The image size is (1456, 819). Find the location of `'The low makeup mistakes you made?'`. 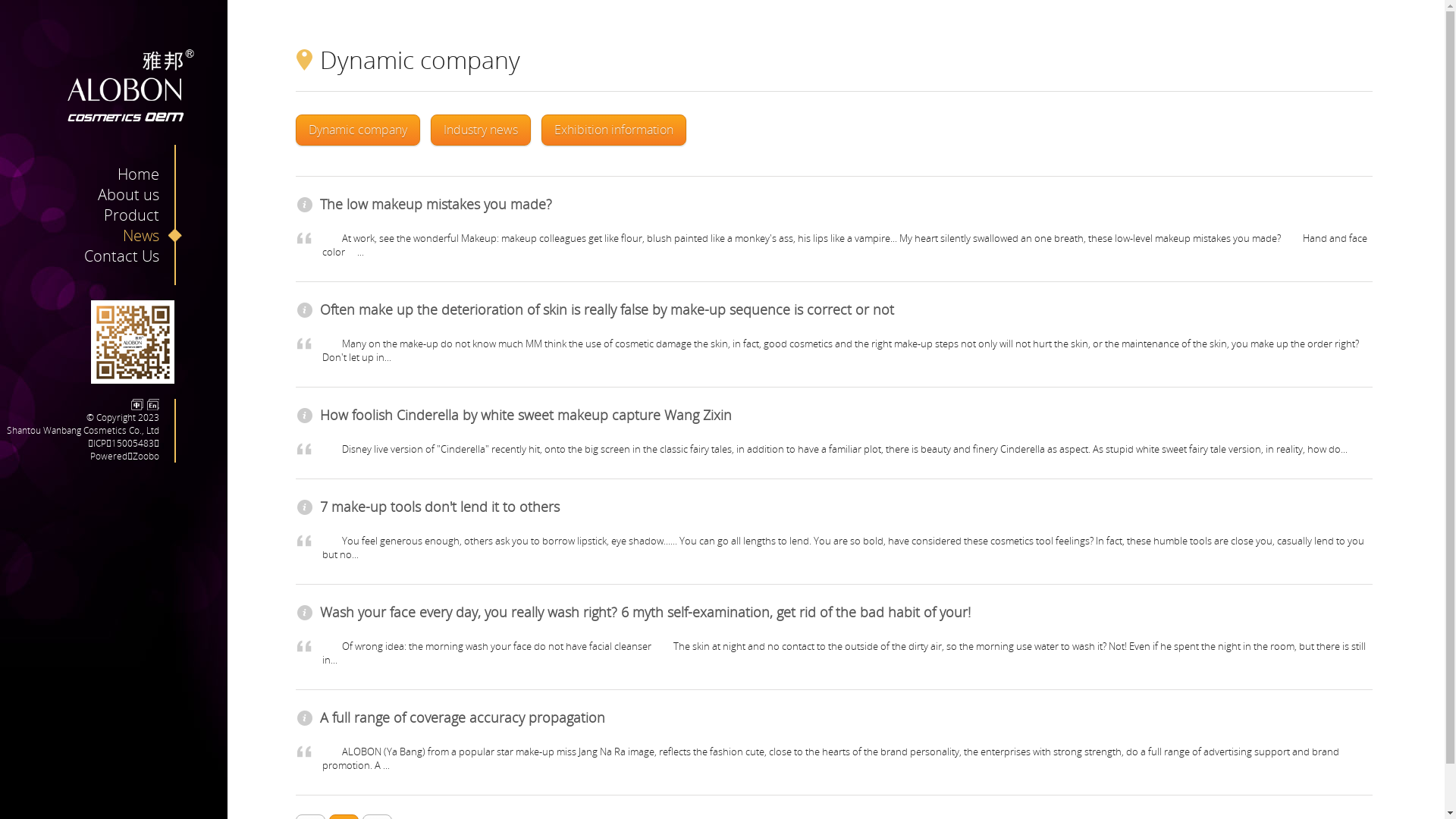

'The low makeup mistakes you made?' is located at coordinates (435, 203).